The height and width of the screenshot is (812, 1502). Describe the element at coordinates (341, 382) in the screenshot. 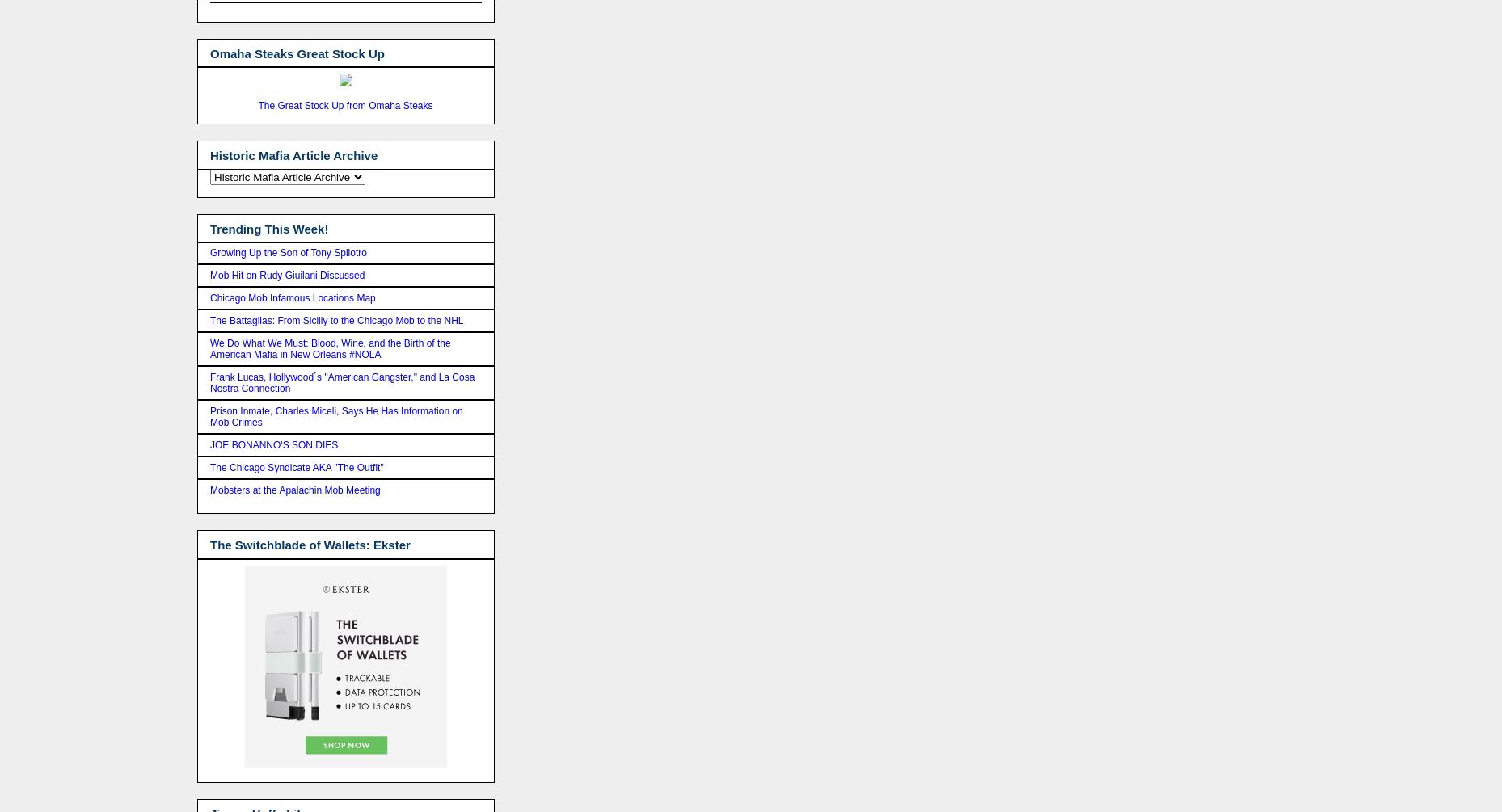

I see `'Frank Lucas, Hollywood´s "American Gangster," and La Cosa Nostra Connection'` at that location.